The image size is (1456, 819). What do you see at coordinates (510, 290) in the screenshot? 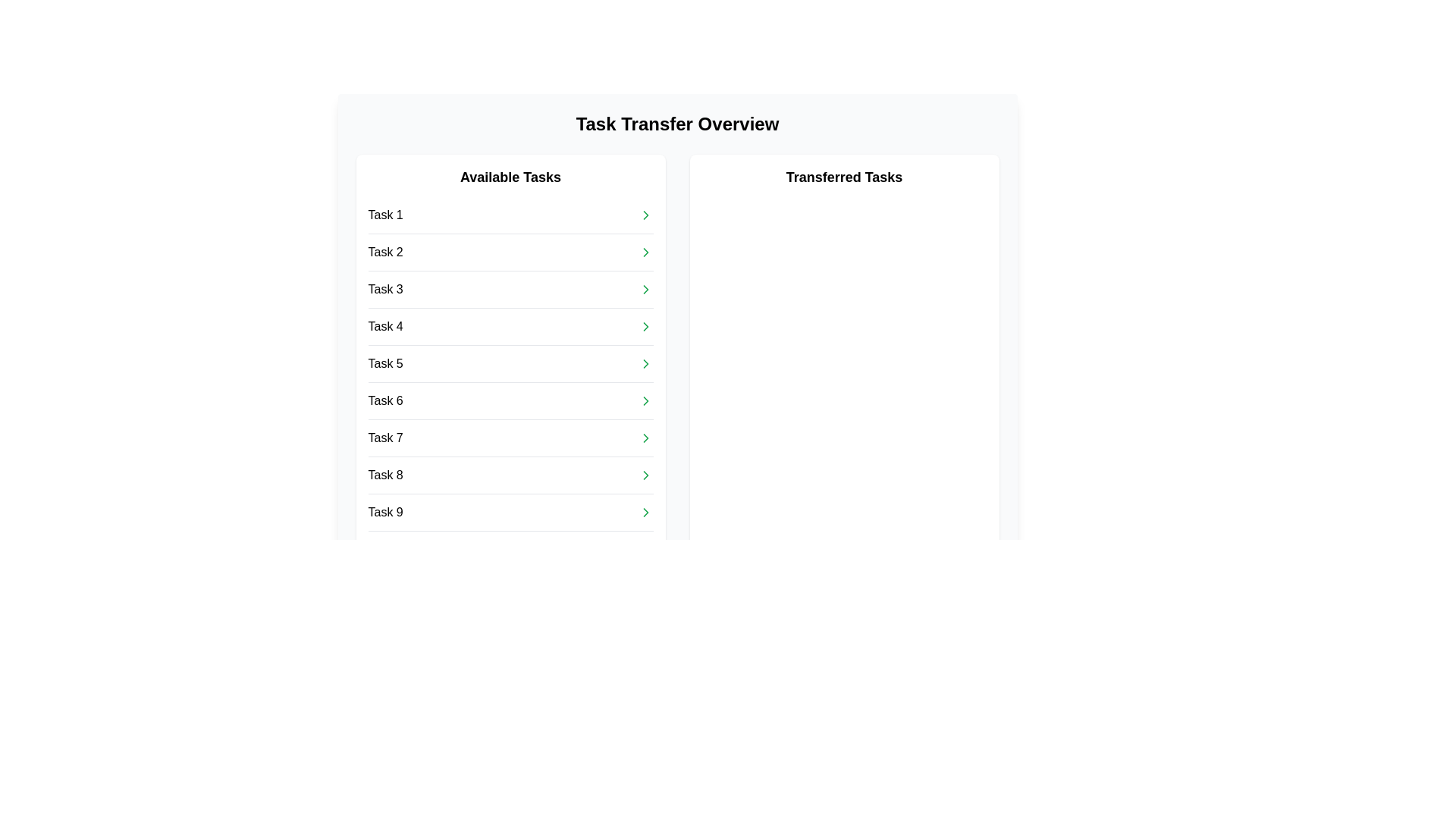
I see `the selectable item for 'Task 3' in the task list located in the left pane under 'Available Tasks'` at bounding box center [510, 290].